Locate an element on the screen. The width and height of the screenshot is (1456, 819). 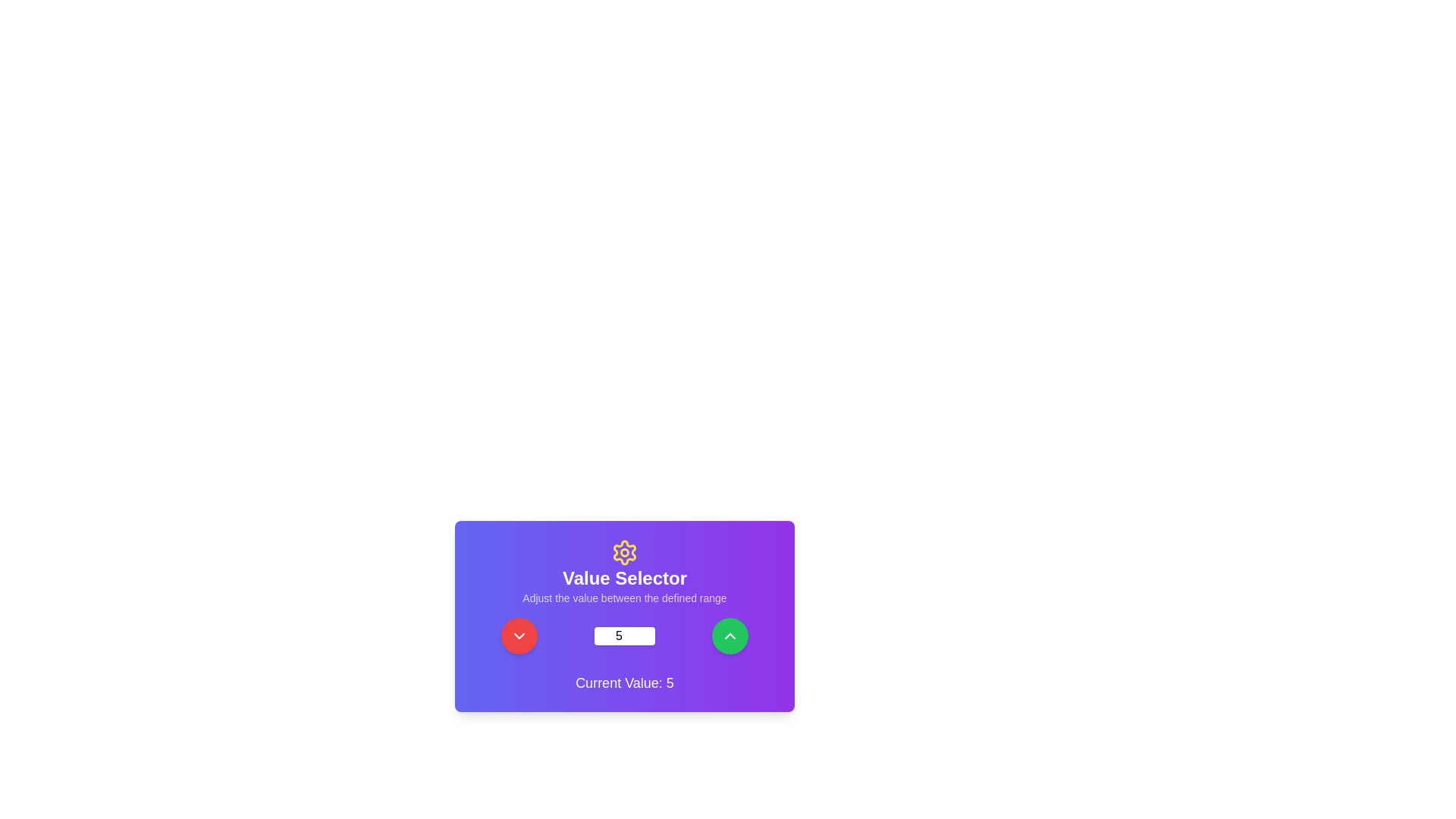
the Header titled 'Value Selector' that includes a subtitle and a gear icon, positioned centrally above the numeric value selector is located at coordinates (625, 573).